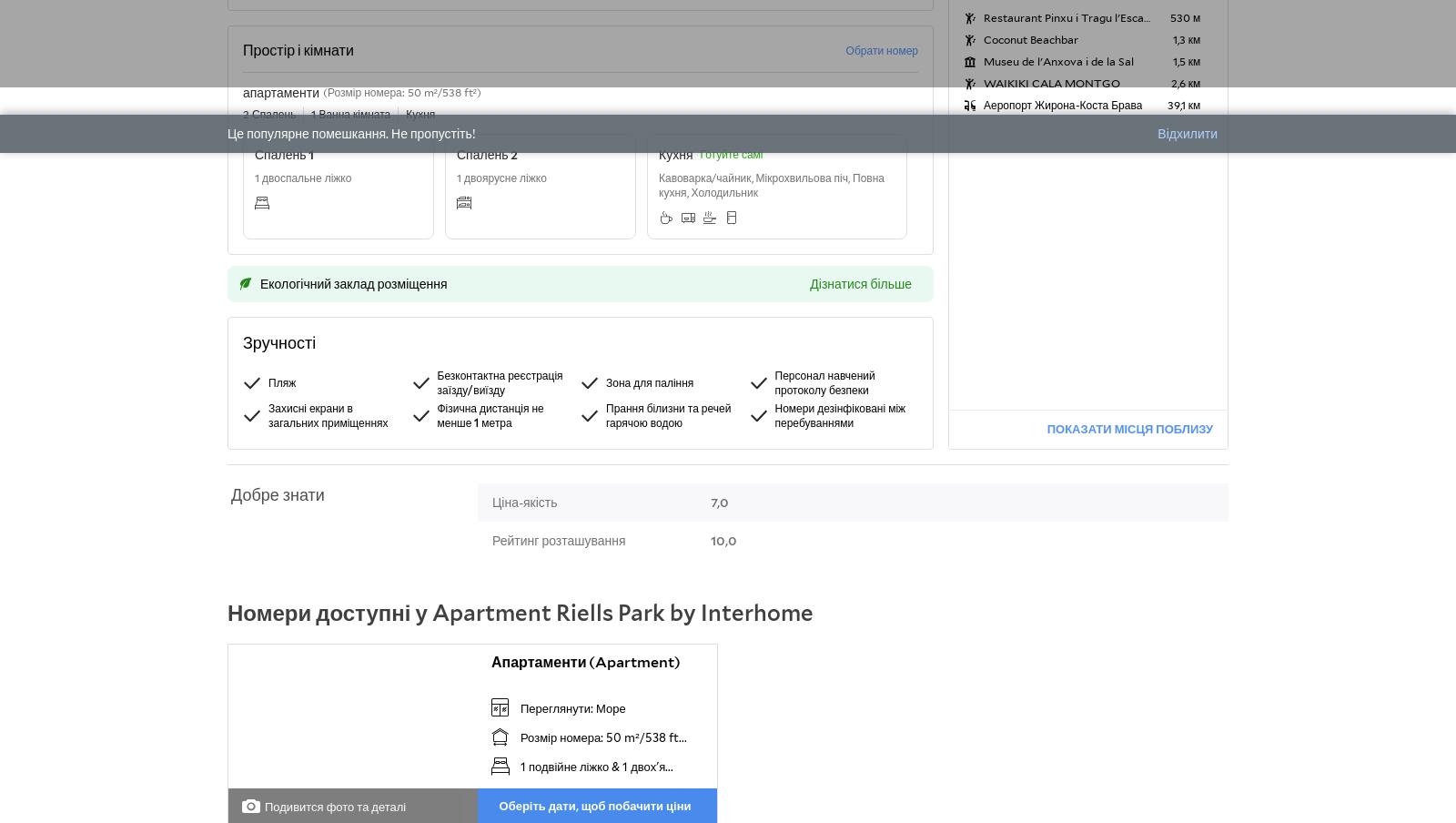 This screenshot has height=823, width=1456. What do you see at coordinates (284, 155) in the screenshot?
I see `'Спалень 1'` at bounding box center [284, 155].